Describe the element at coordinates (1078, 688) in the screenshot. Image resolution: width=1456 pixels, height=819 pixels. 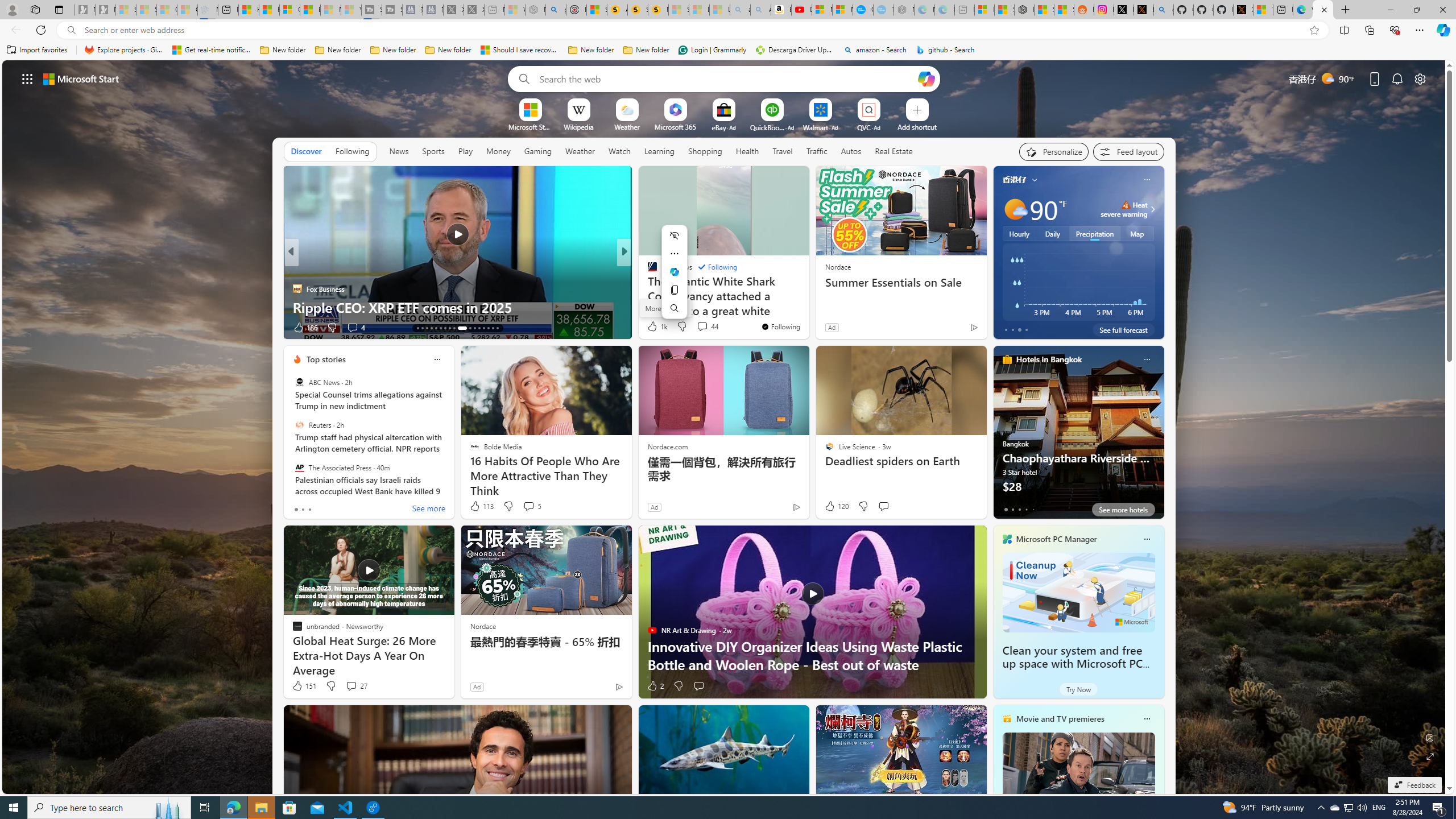
I see `'Try Now'` at that location.